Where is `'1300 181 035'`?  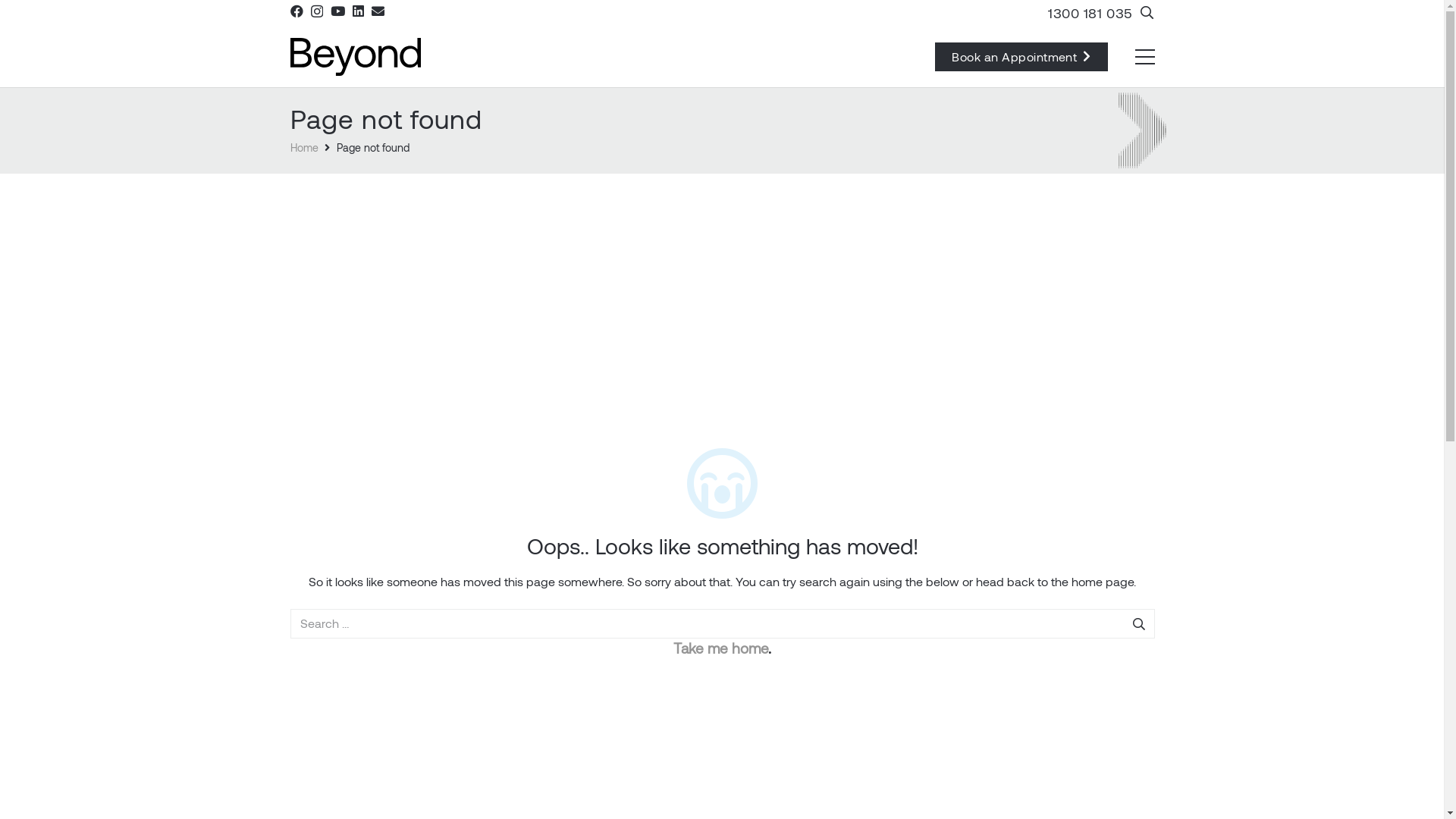 '1300 181 035' is located at coordinates (1089, 12).